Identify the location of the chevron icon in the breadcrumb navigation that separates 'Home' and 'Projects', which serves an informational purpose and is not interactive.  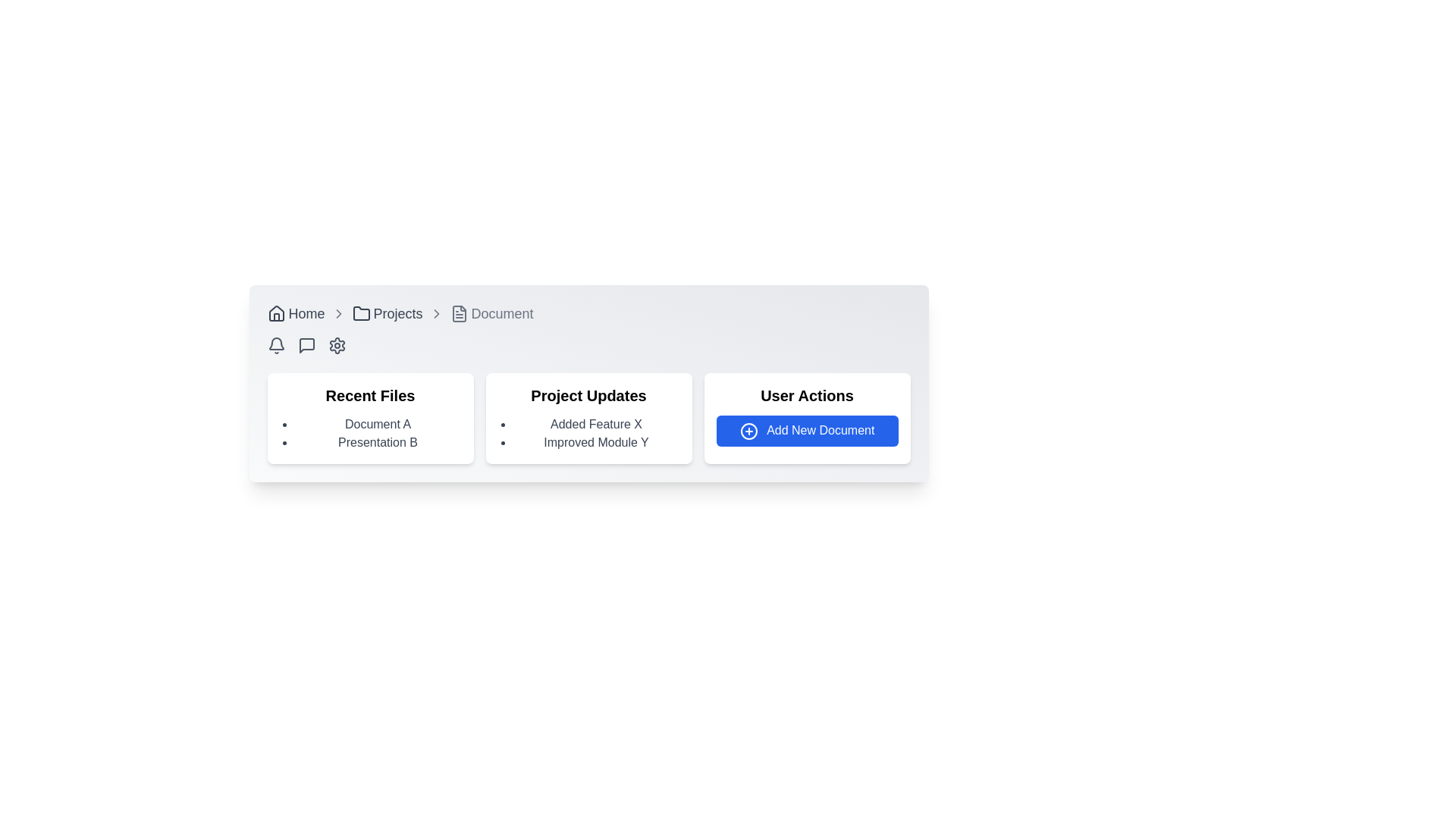
(337, 312).